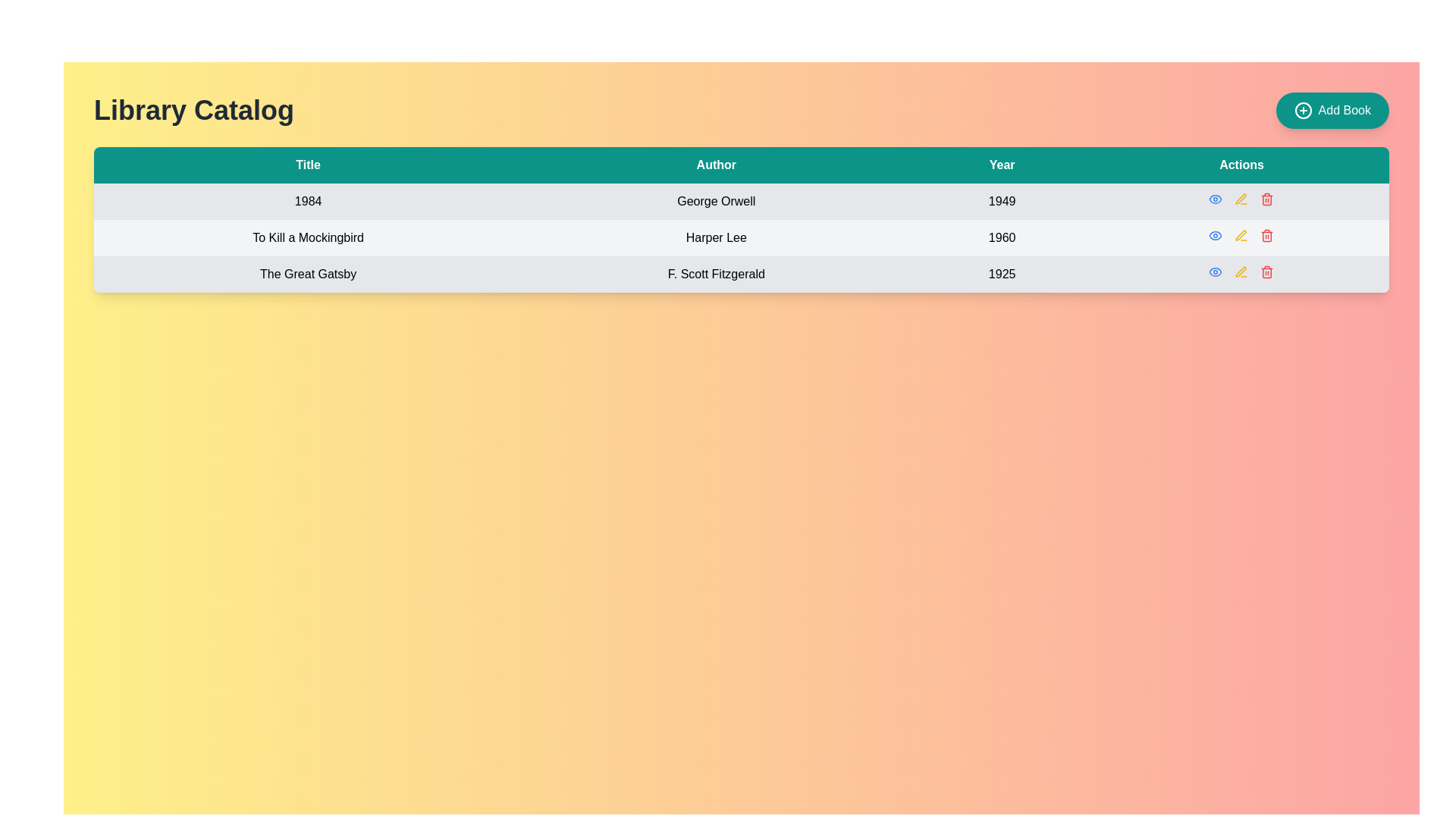 This screenshot has height=819, width=1456. I want to click on the yellow pencil icon in the 'Actions' column of the first row in the table for the book '1984' by George Orwell, so click(1241, 198).